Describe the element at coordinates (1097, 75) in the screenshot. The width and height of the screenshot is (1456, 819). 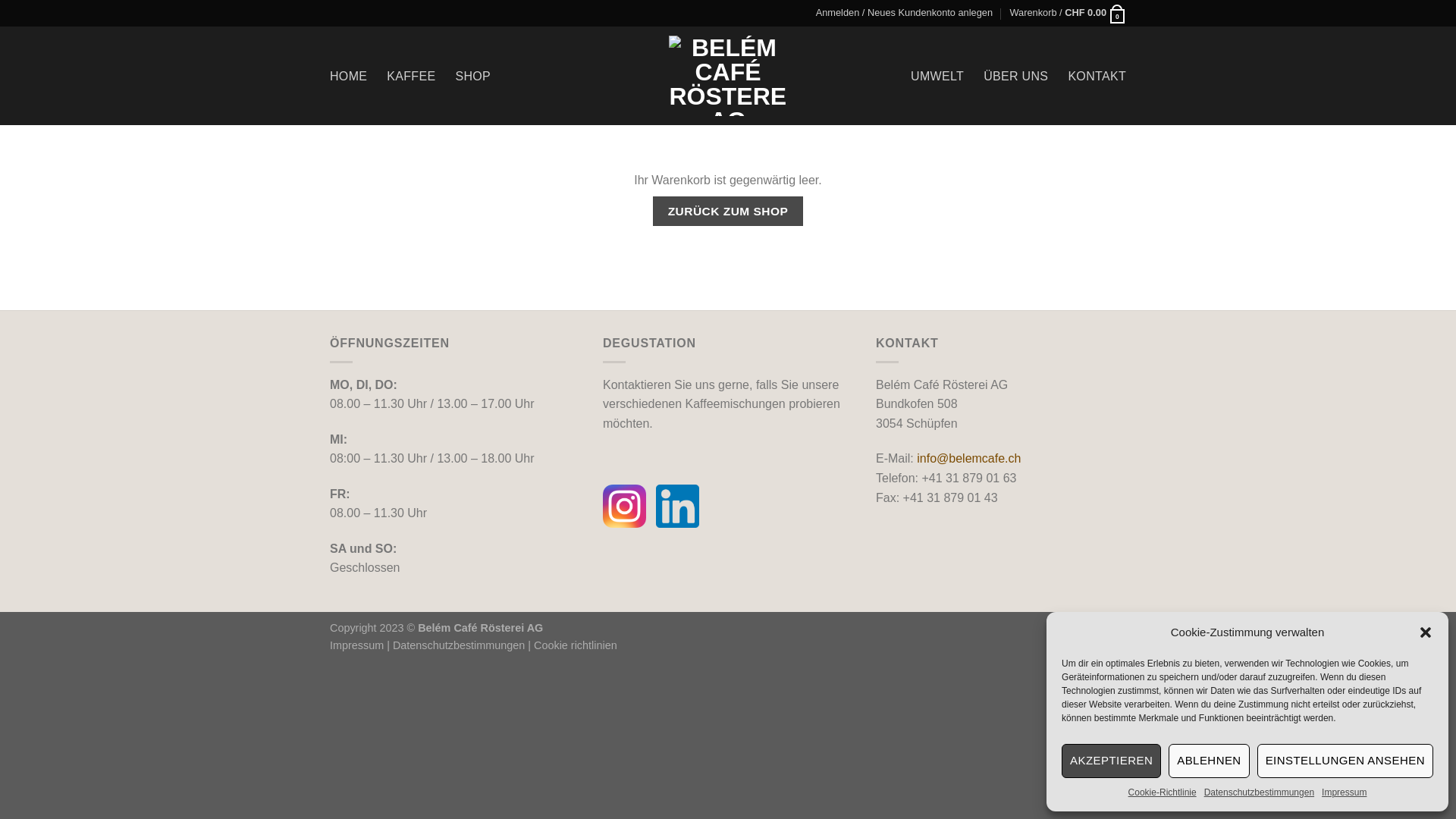
I see `'KONTAKT'` at that location.